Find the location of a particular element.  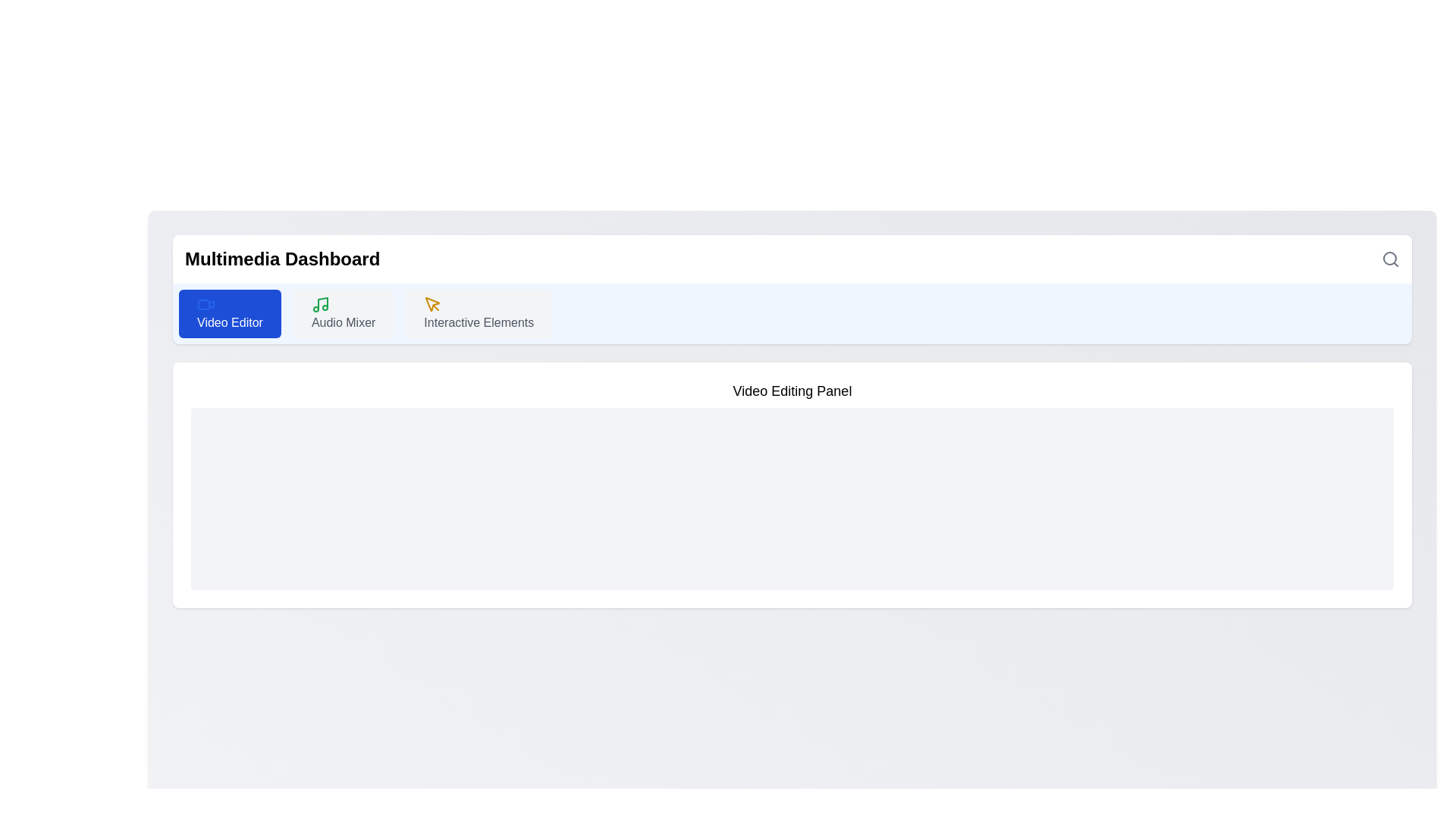

the yellow cursor icon within the 'Interactive Elements' tab of the top navigation is located at coordinates (431, 304).